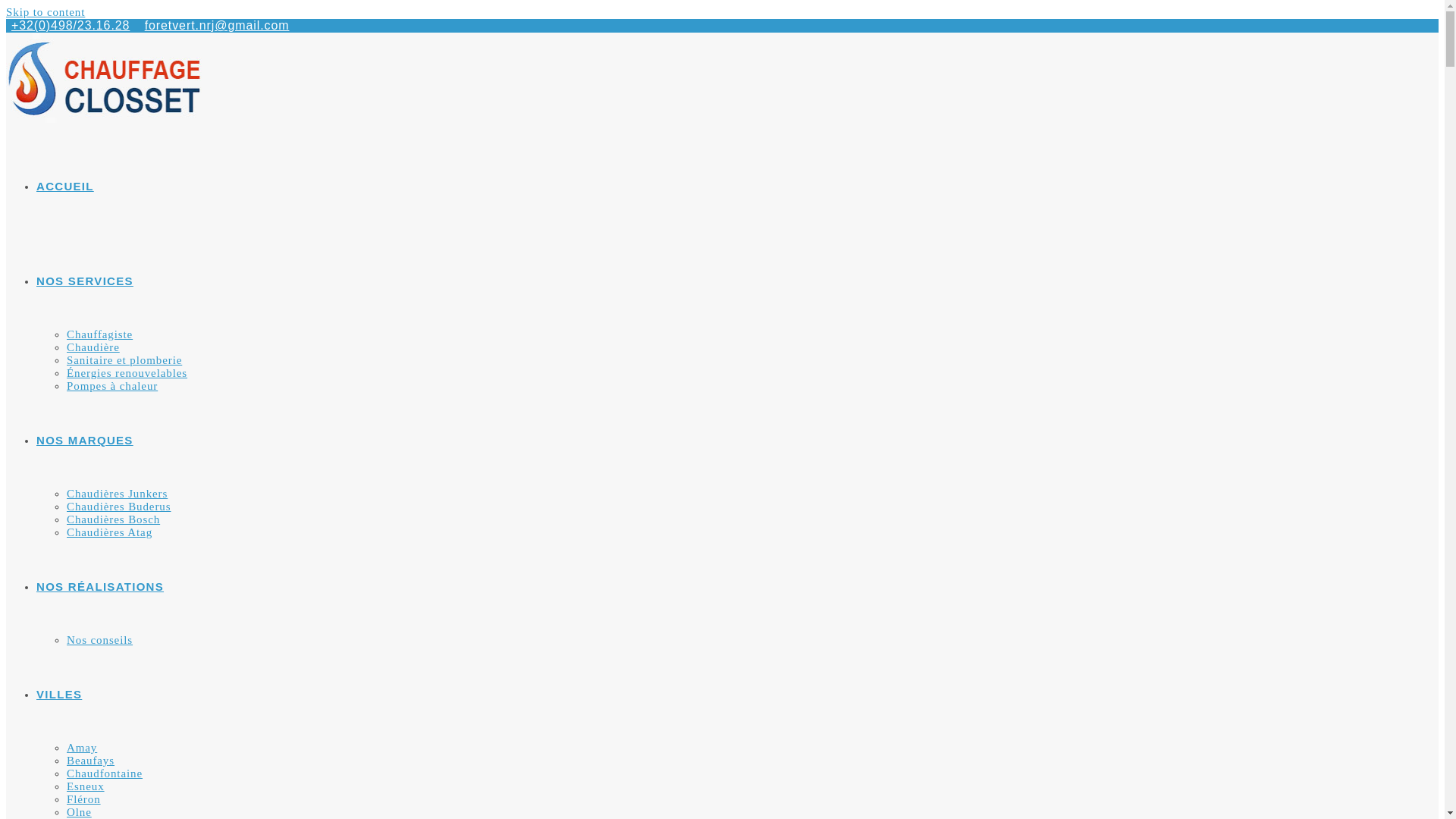  Describe the element at coordinates (83, 440) in the screenshot. I see `'NOS MARQUES'` at that location.